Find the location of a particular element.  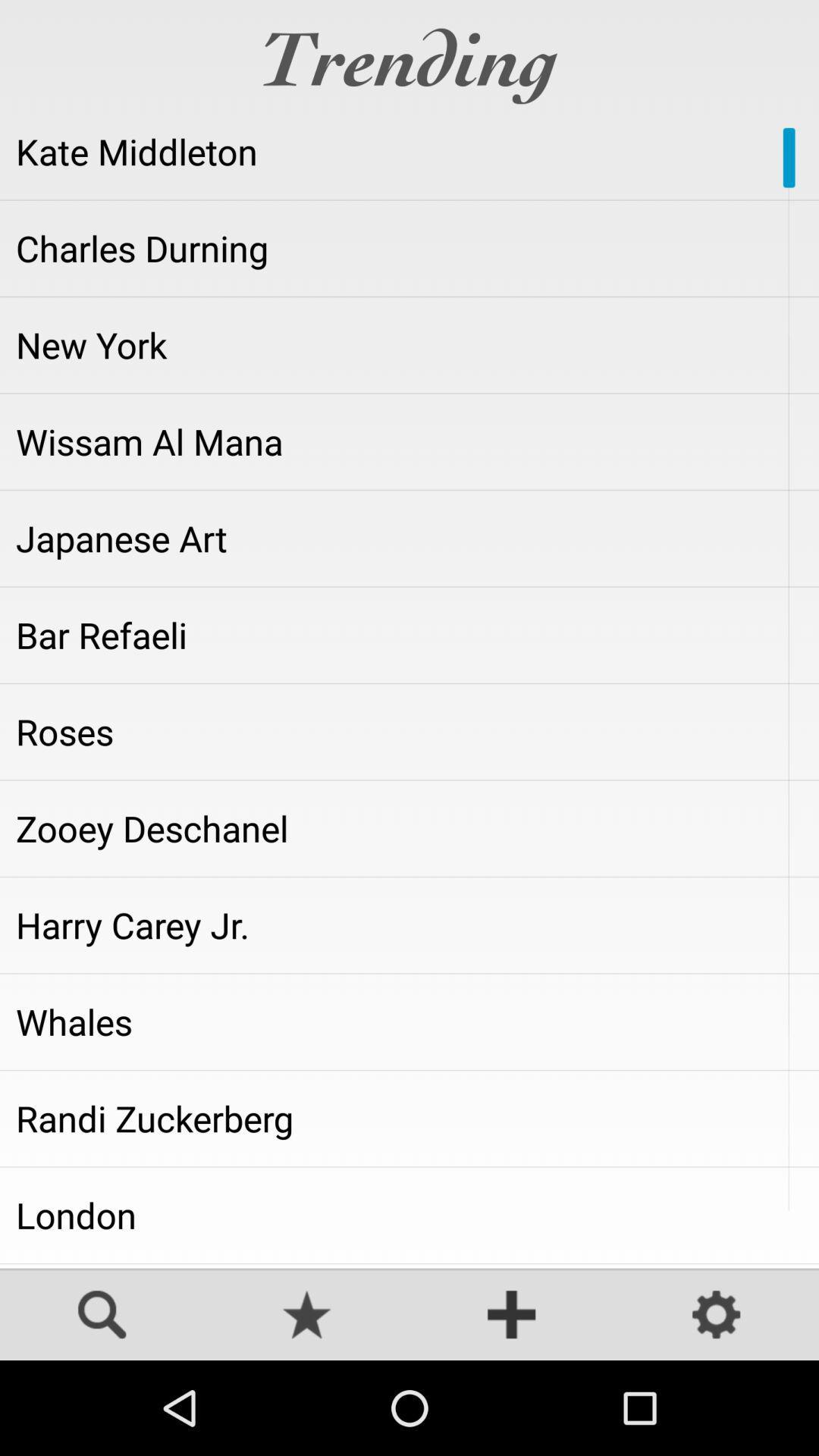

the icon below the new york icon is located at coordinates (409, 441).